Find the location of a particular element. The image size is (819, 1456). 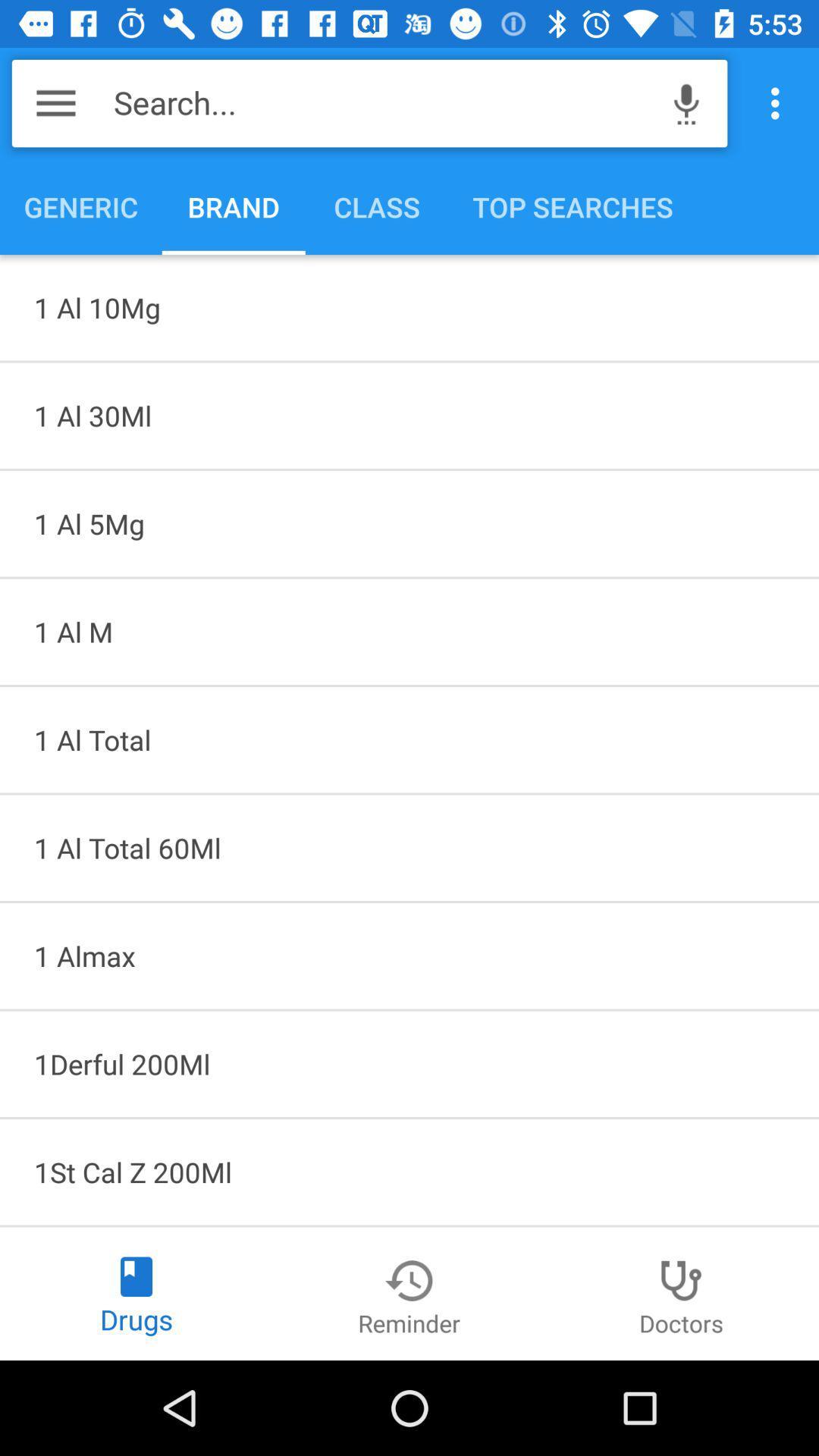

item above 1 al 10mg icon is located at coordinates (779, 102).